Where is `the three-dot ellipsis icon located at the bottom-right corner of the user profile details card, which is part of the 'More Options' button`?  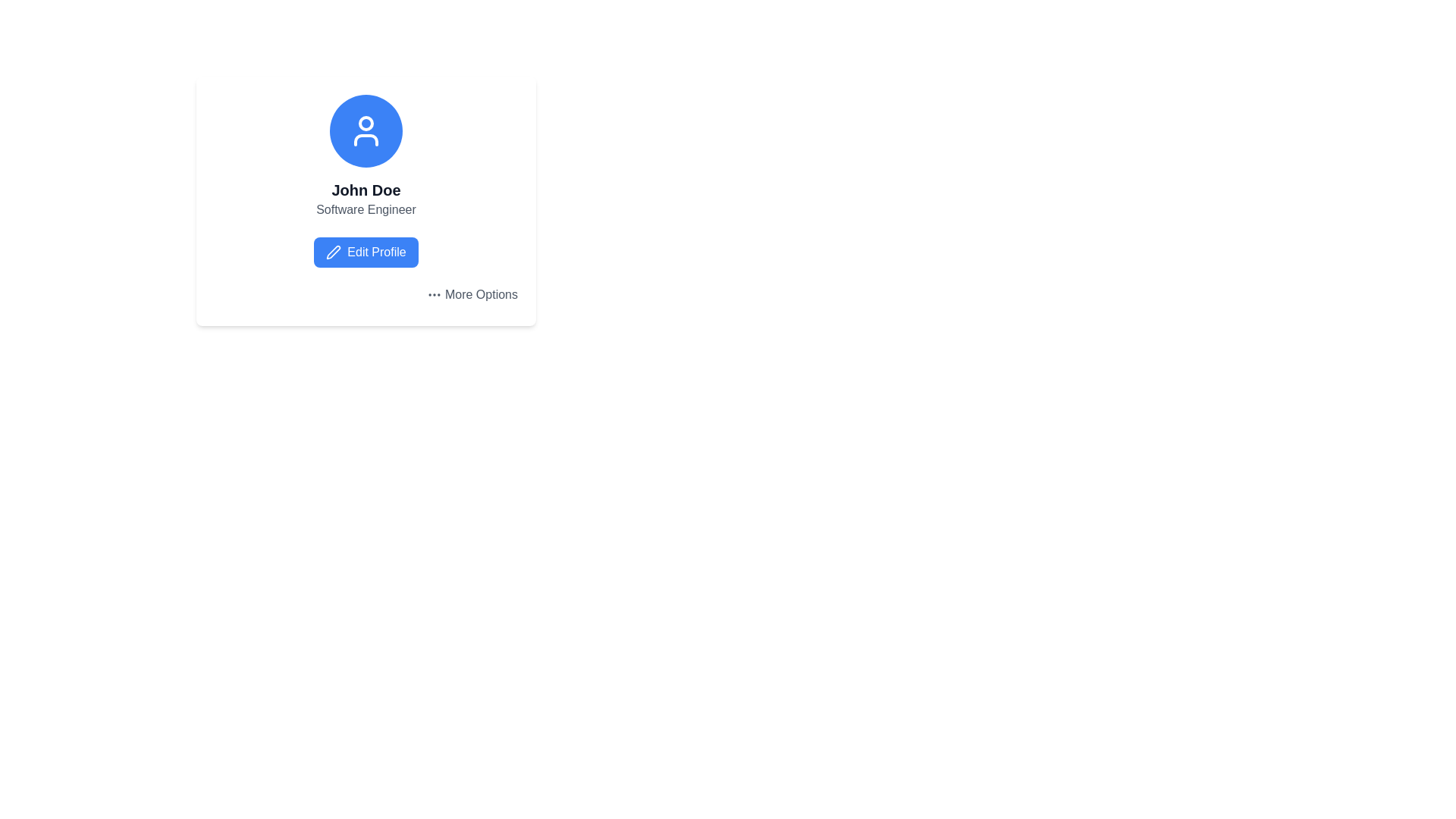
the three-dot ellipsis icon located at the bottom-right corner of the user profile details card, which is part of the 'More Options' button is located at coordinates (433, 295).